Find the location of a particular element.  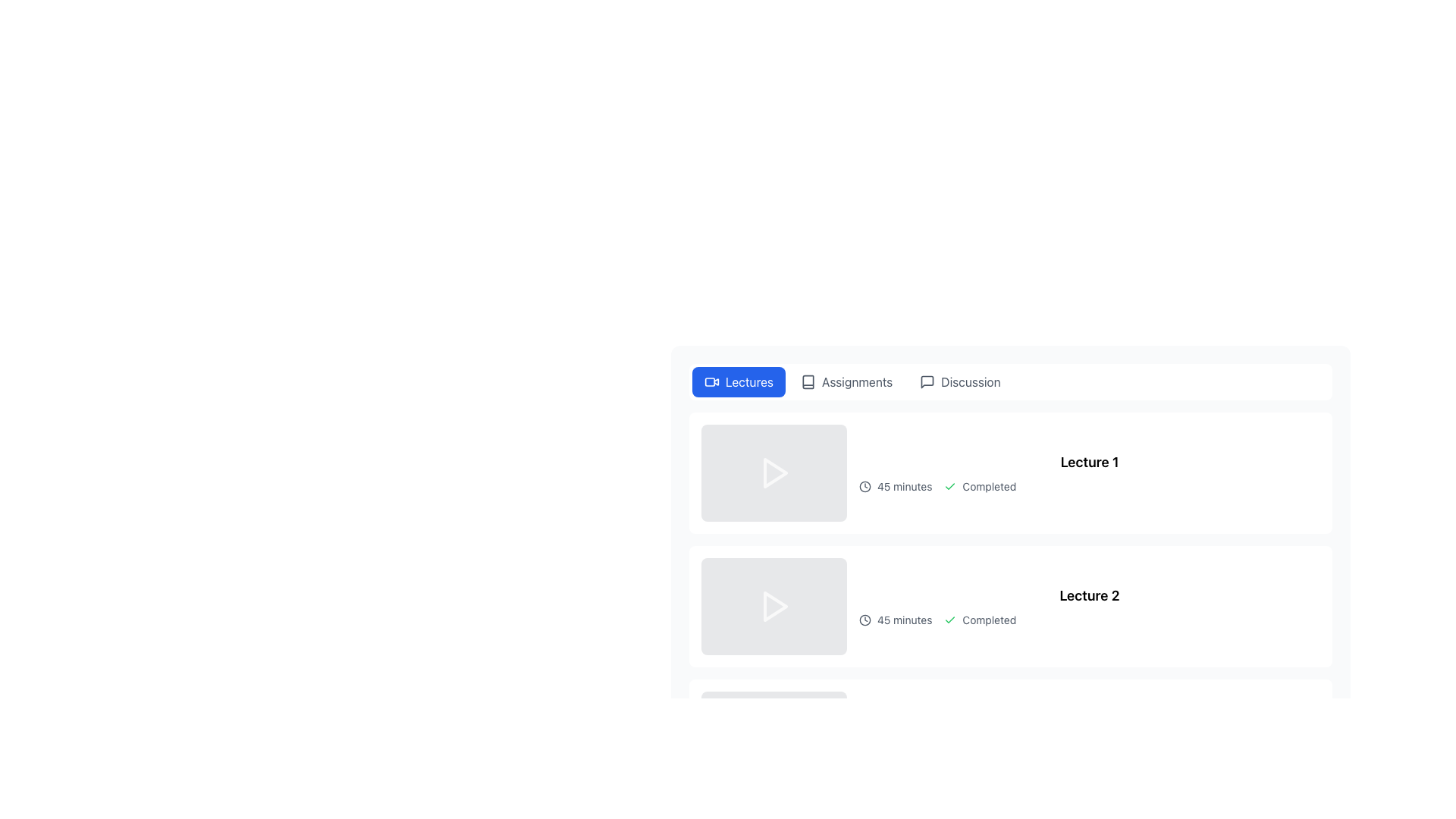

the small video icon with a blue background and white edges, which is located inside the 'Lectures' button, to the left of the button's text is located at coordinates (711, 381).